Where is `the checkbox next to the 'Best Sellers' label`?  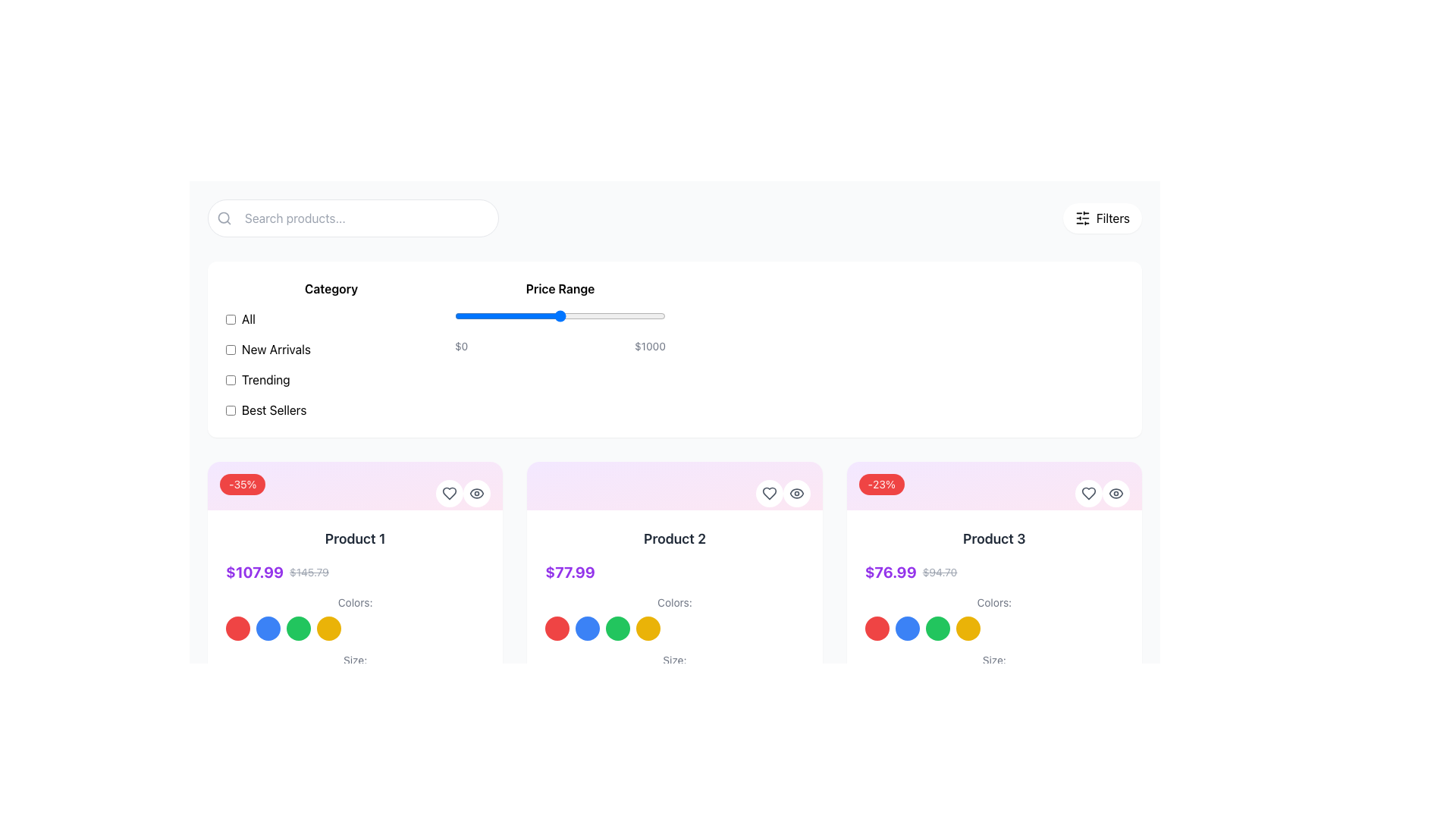 the checkbox next to the 'Best Sellers' label is located at coordinates (230, 409).